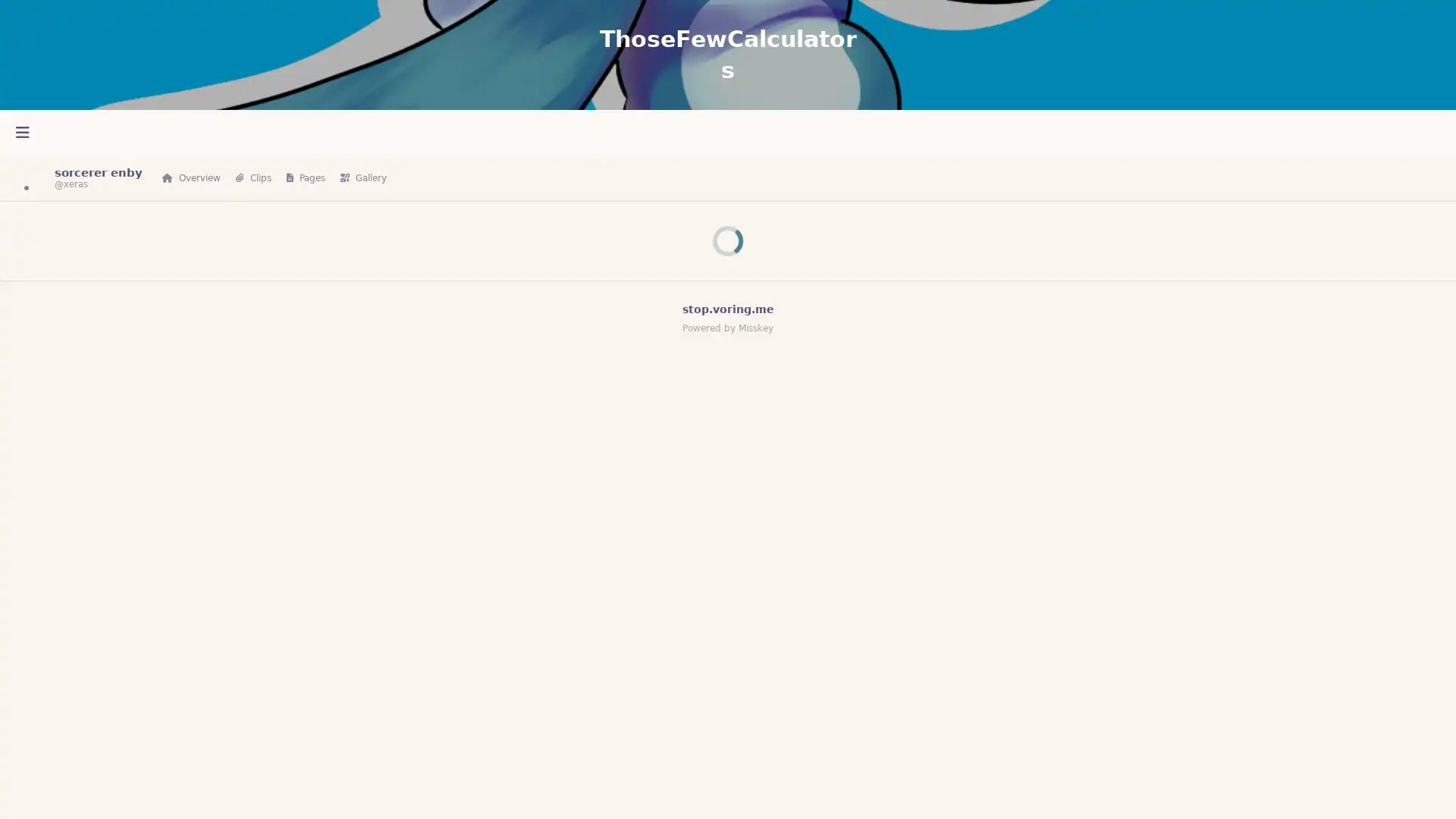  I want to click on Gallery, so click(362, 177).